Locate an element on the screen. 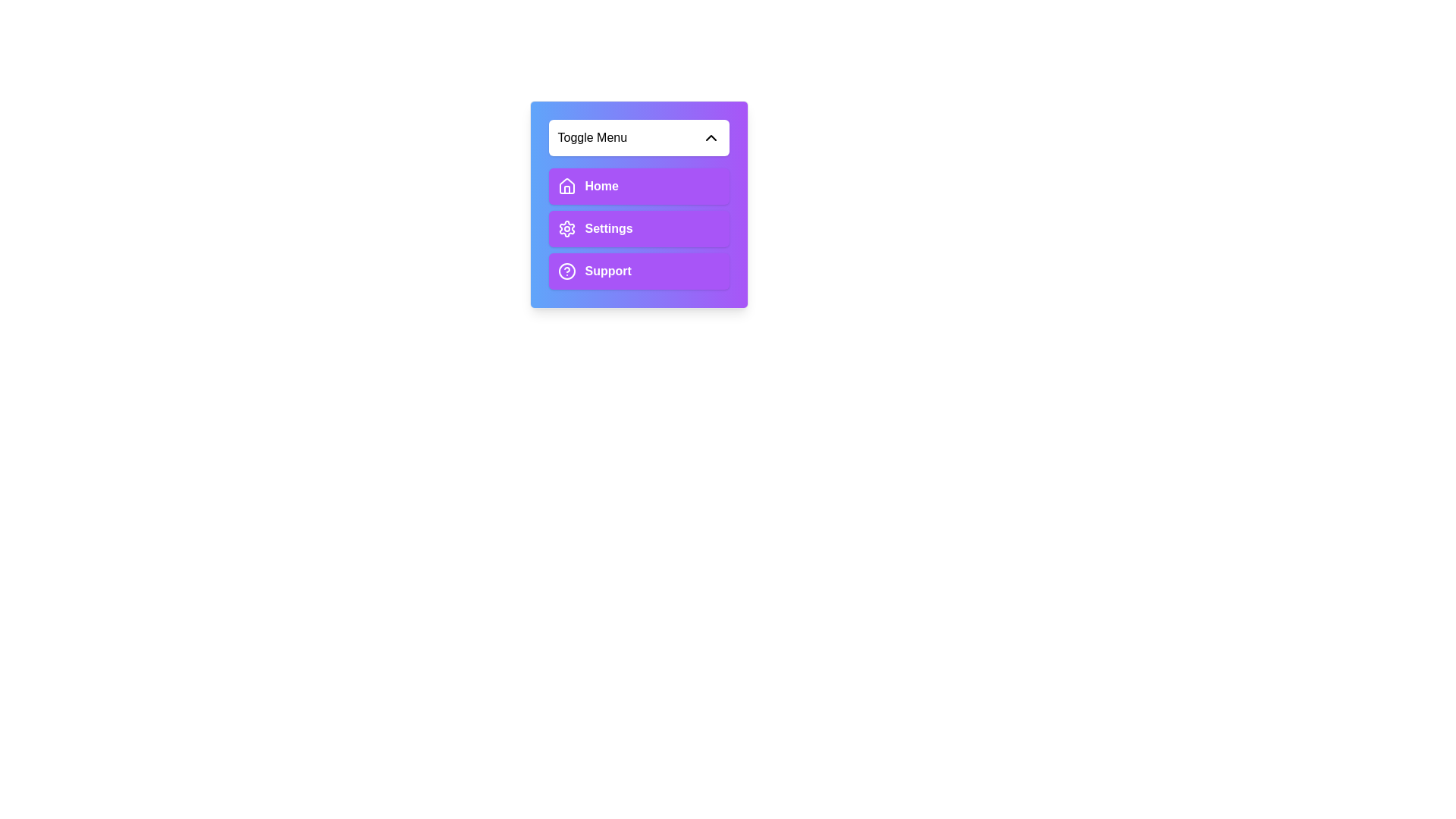 The image size is (1456, 819). the text label that displays the word 'Support', which is styled in bold font and positioned next to a question mark icon within a rectangular button element is located at coordinates (608, 271).